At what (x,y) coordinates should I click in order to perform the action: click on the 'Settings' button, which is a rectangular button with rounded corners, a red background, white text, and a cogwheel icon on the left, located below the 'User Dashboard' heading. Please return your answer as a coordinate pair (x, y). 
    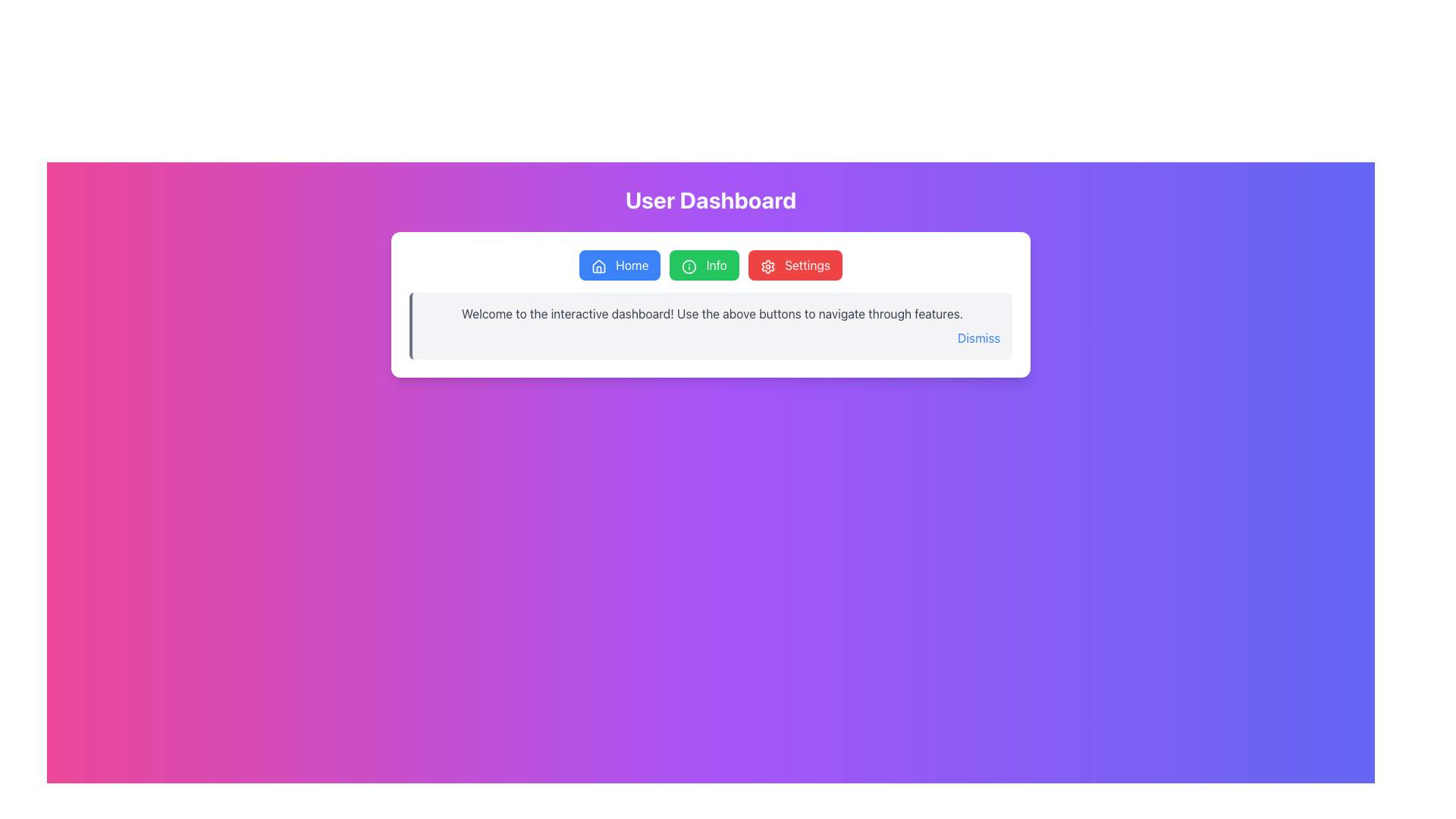
    Looking at the image, I should click on (794, 265).